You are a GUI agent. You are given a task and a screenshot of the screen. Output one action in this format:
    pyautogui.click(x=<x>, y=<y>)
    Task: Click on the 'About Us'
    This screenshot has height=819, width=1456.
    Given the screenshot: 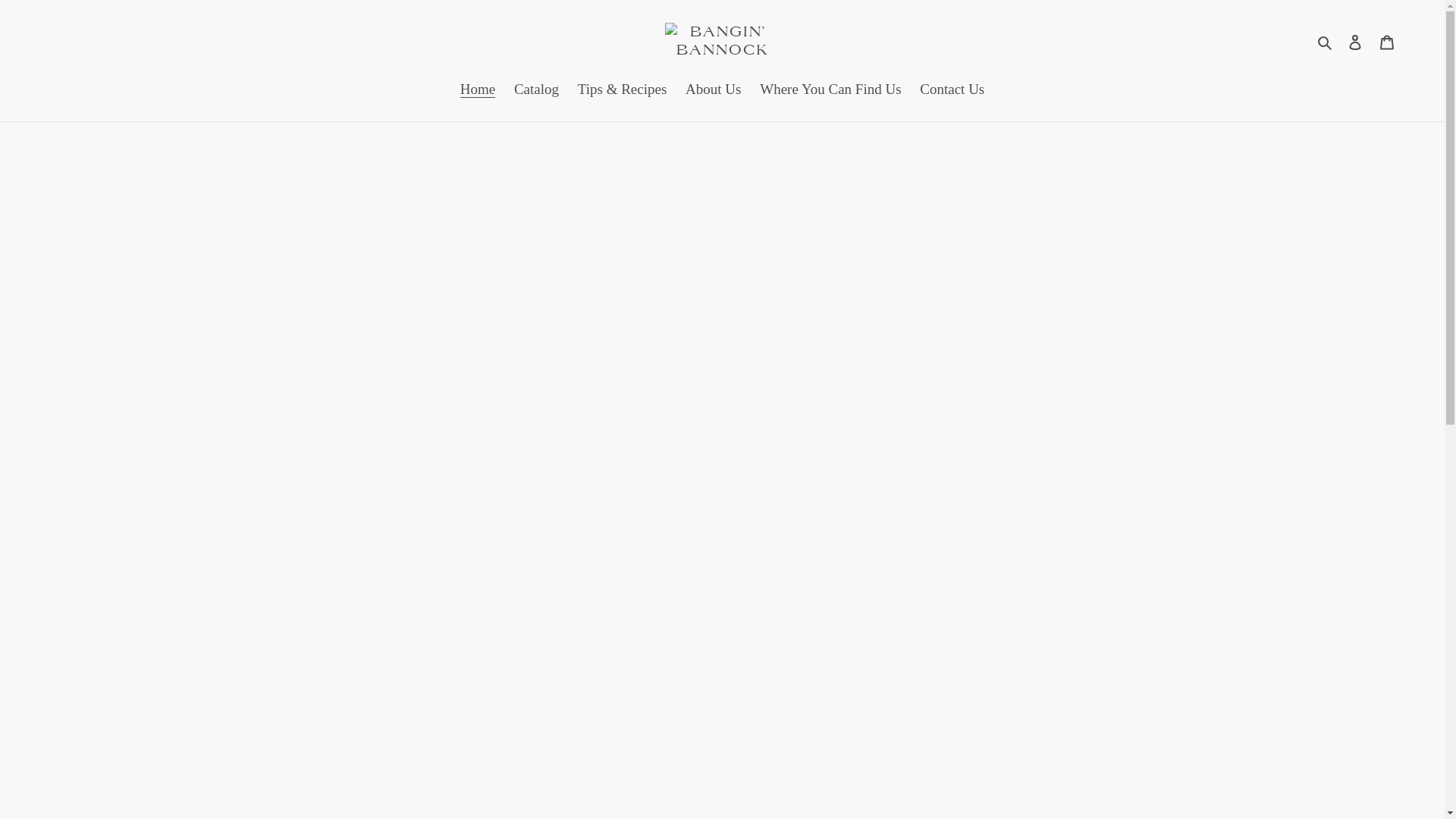 What is the action you would take?
    pyautogui.click(x=712, y=90)
    